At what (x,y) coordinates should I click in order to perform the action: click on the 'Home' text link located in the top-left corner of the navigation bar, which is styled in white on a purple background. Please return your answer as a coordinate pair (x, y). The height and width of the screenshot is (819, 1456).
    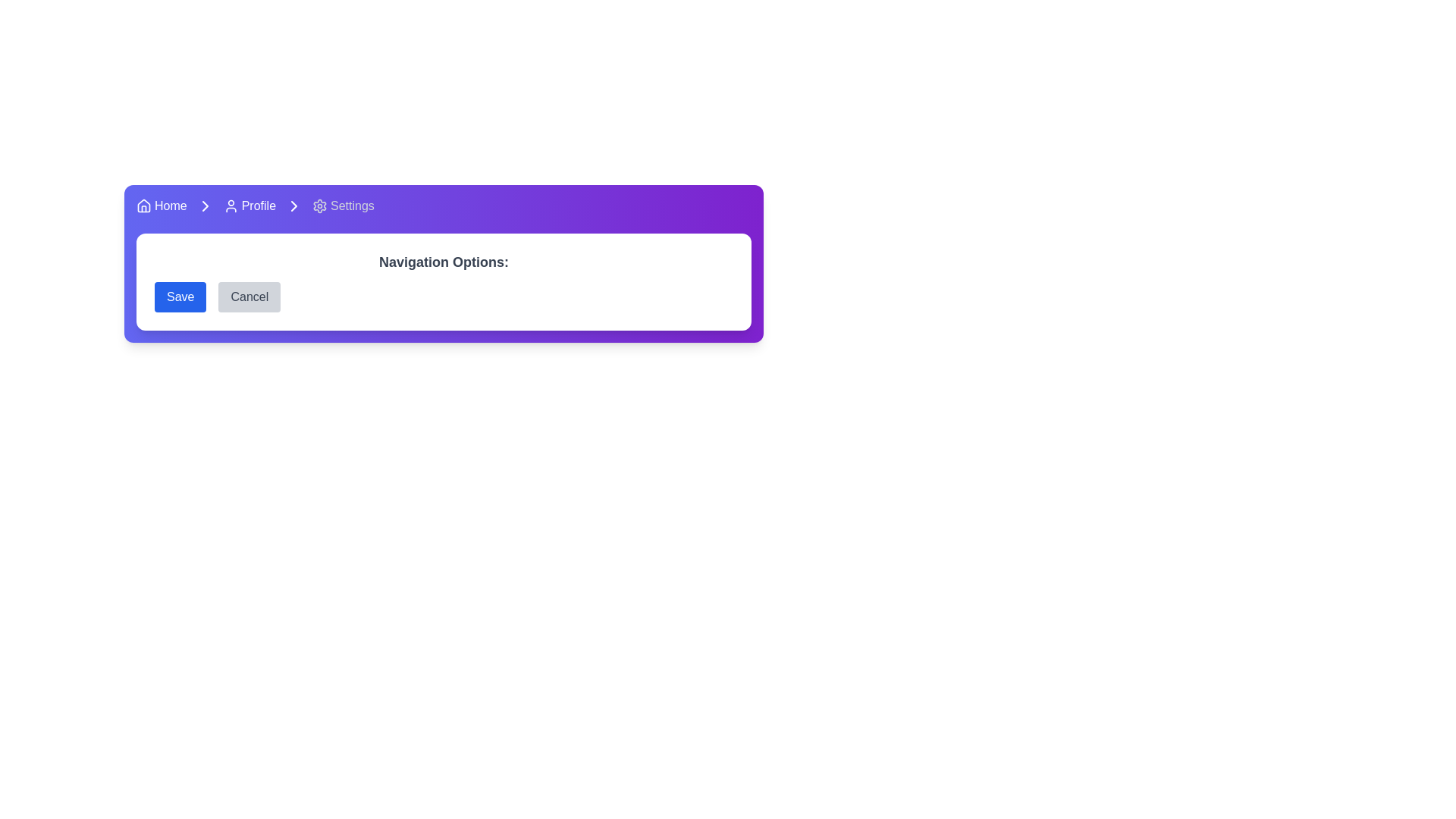
    Looking at the image, I should click on (171, 206).